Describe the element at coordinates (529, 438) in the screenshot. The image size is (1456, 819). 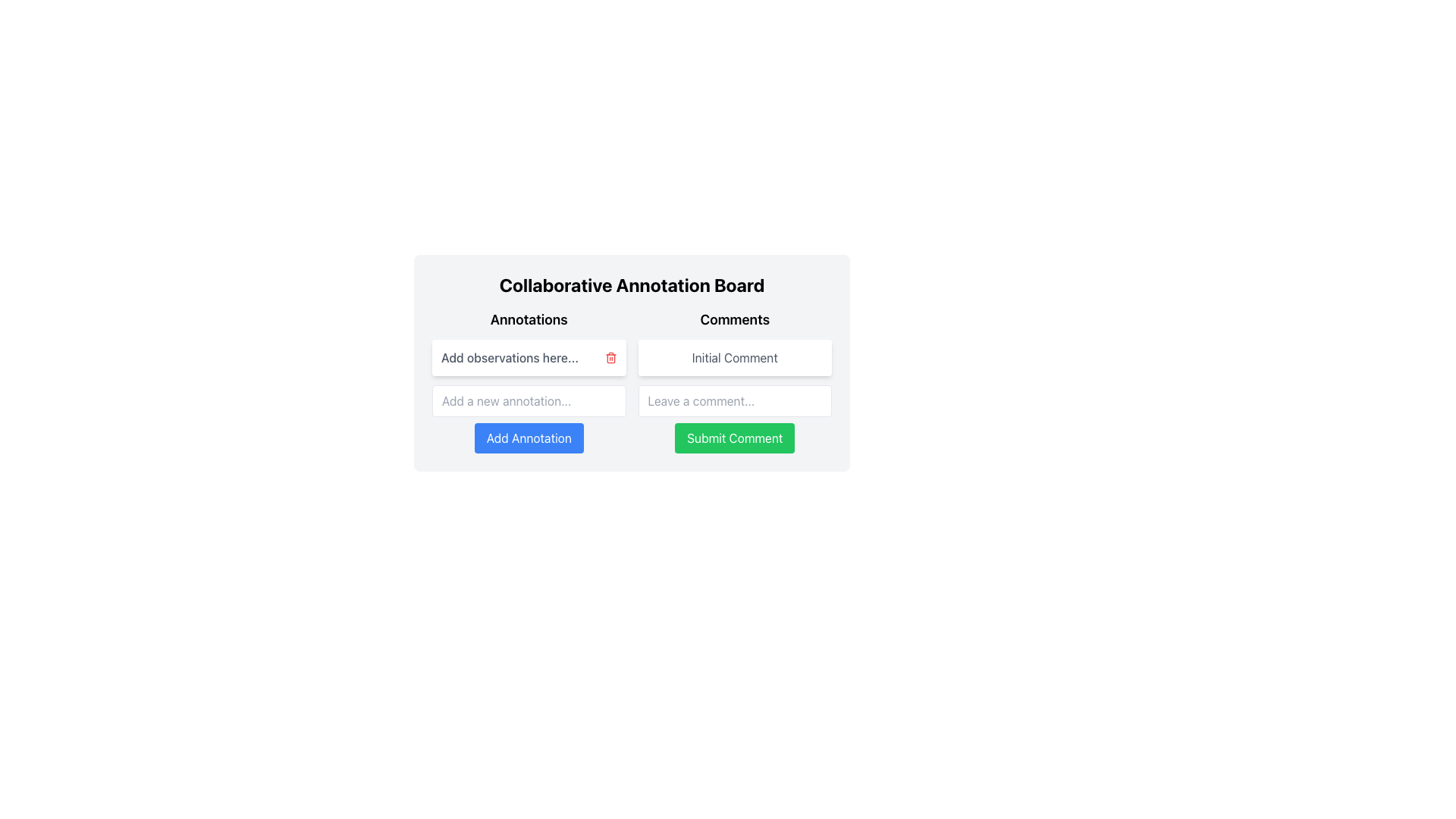
I see `the 'Add Annotation' button located in the 'Annotations' section below the input box labeled 'Add a new annotation...'` at that location.